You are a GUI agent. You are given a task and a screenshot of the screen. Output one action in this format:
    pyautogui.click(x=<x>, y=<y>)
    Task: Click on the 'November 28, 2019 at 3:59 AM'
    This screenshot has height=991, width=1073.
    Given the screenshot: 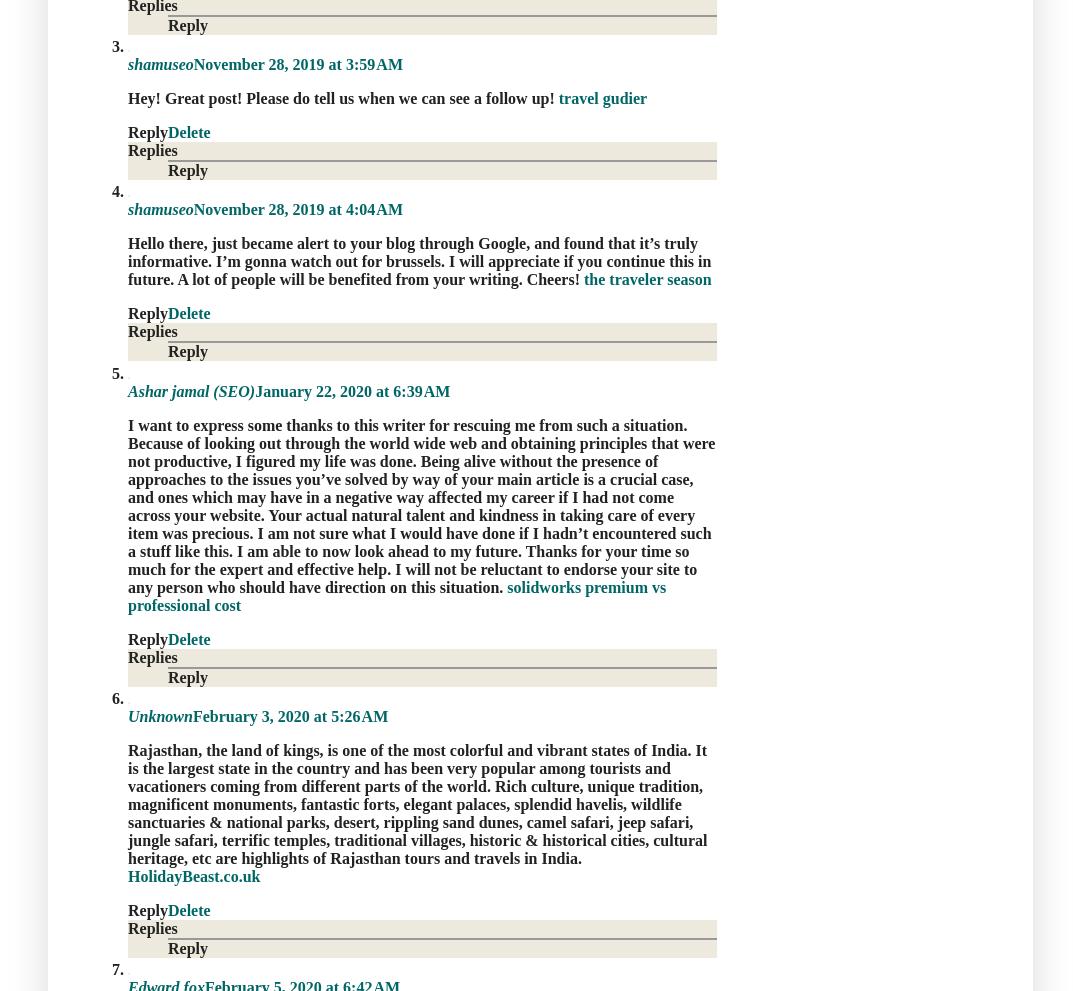 What is the action you would take?
    pyautogui.click(x=296, y=64)
    